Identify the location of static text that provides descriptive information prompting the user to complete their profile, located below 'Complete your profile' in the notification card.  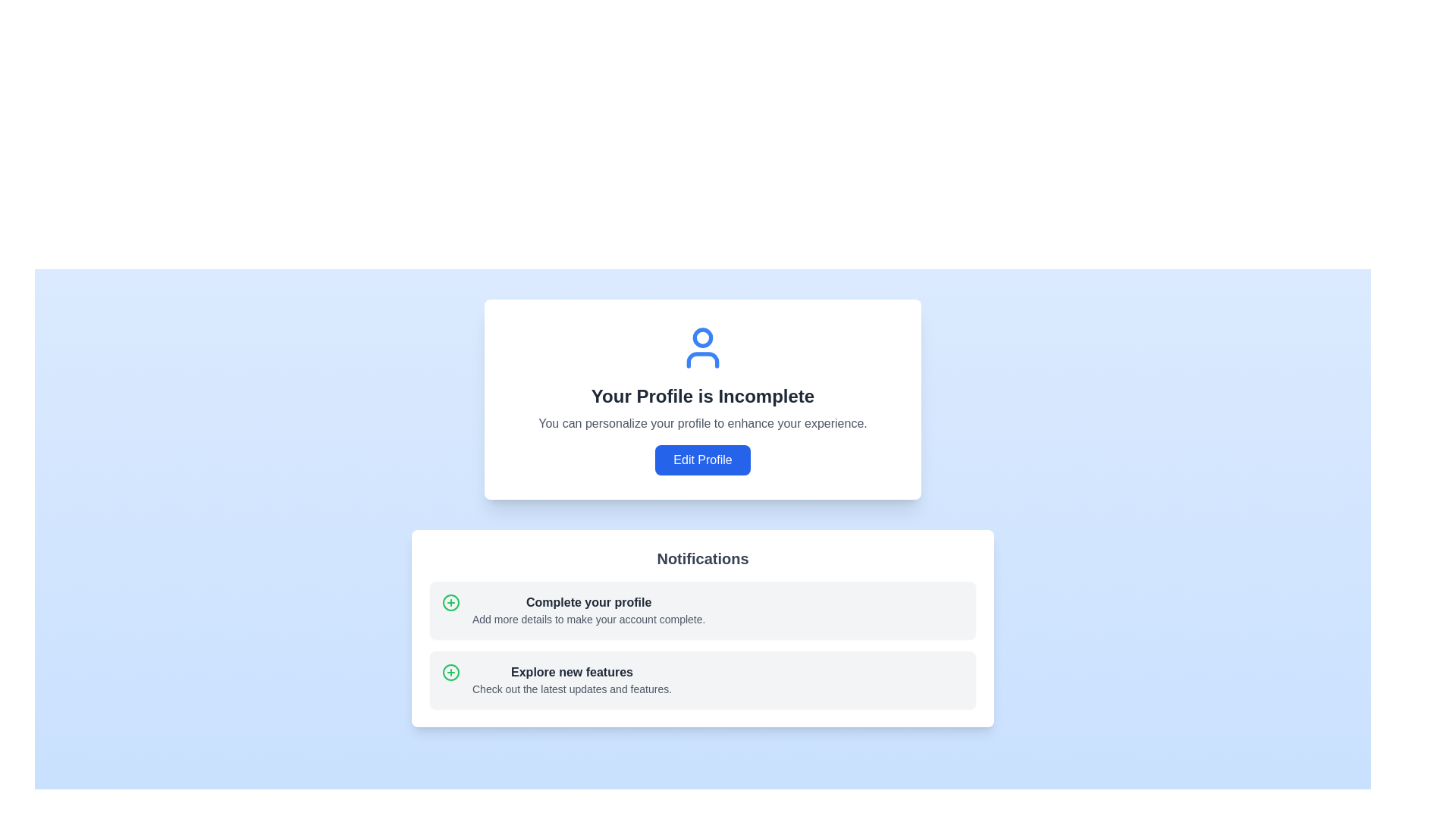
(588, 620).